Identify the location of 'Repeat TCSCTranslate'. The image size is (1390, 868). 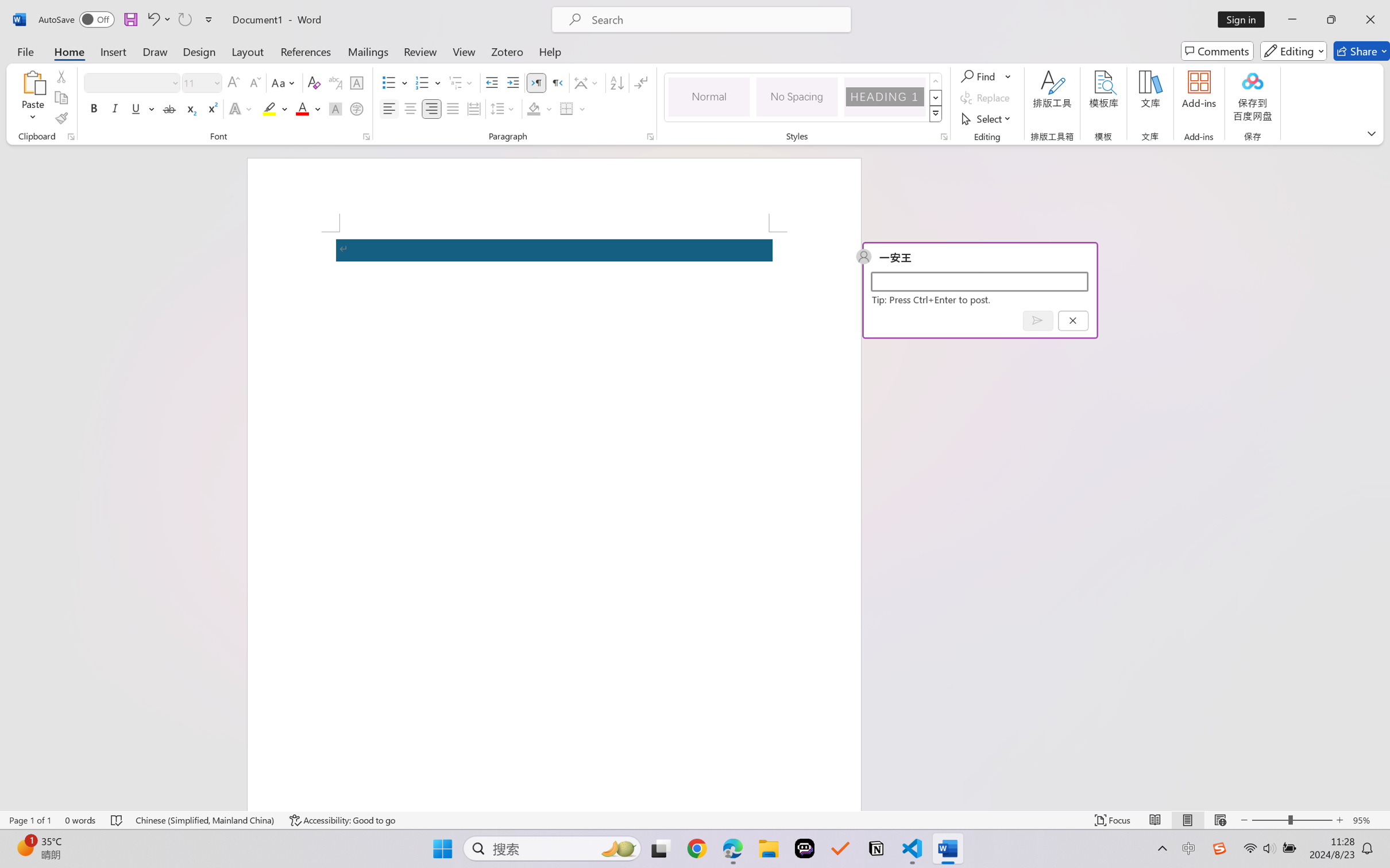
(184, 19).